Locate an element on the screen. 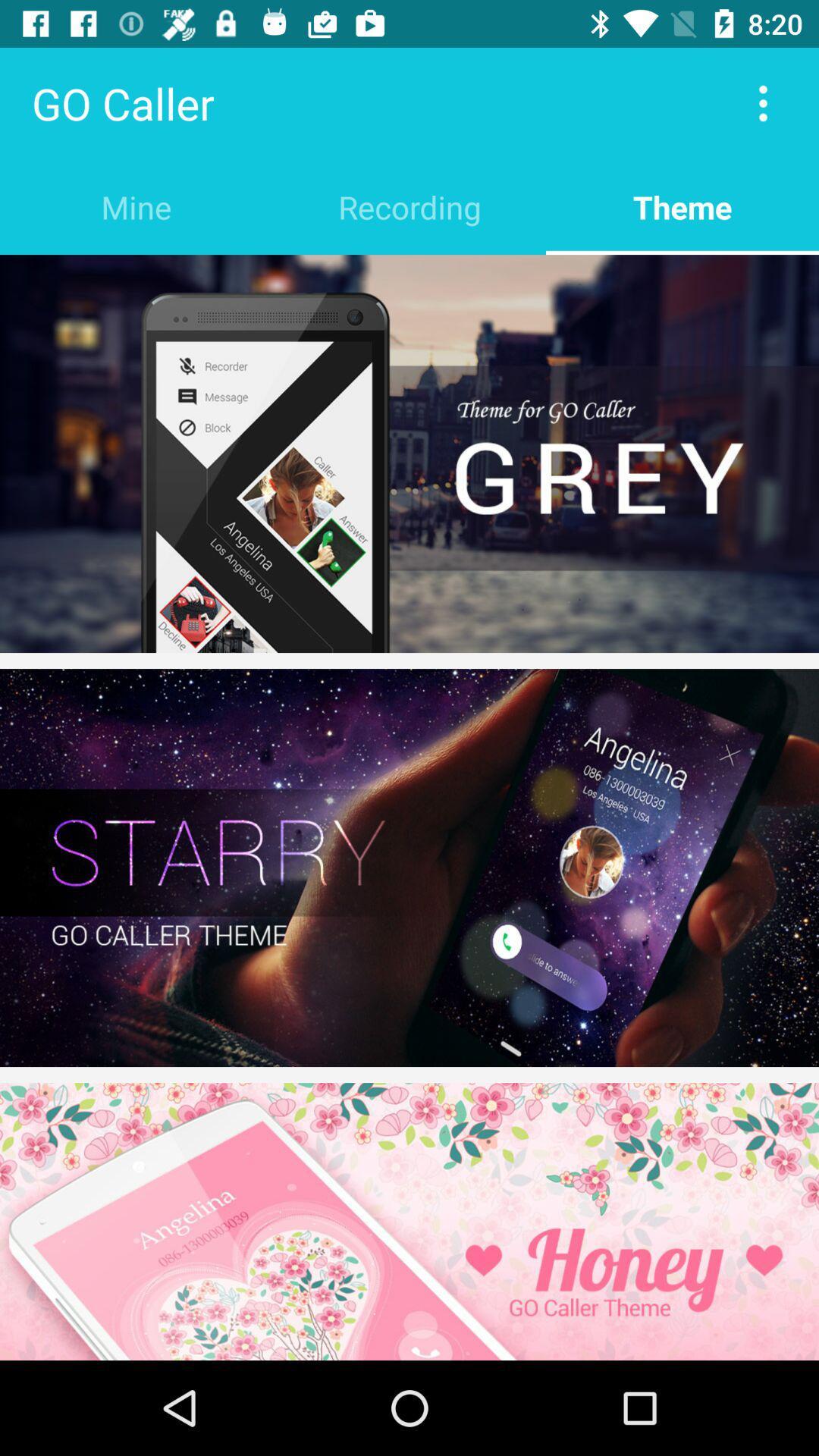 The image size is (819, 1456). the recording is located at coordinates (409, 206).